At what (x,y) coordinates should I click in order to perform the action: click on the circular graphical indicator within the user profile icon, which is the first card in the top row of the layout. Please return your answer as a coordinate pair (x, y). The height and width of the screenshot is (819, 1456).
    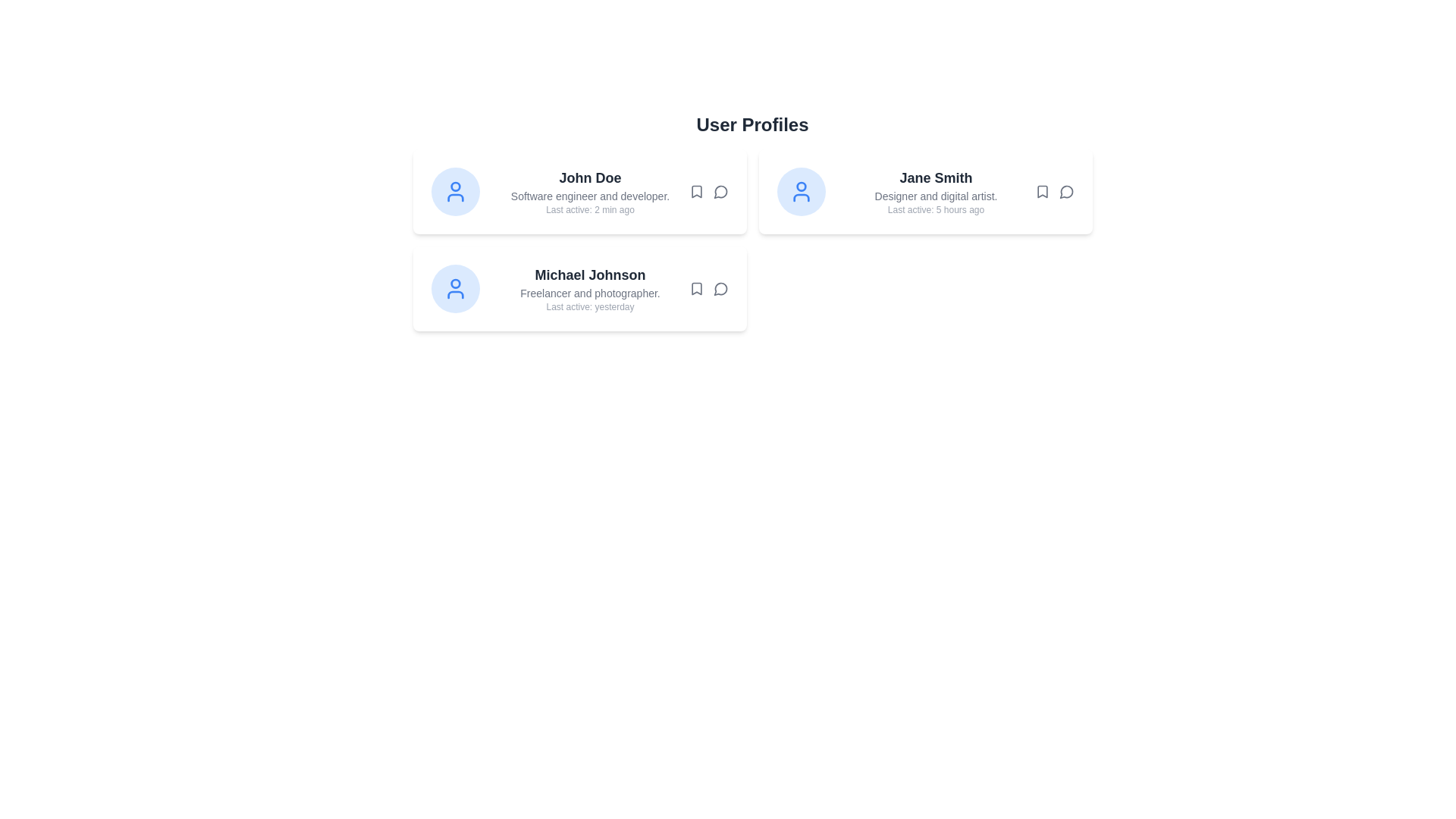
    Looking at the image, I should click on (454, 186).